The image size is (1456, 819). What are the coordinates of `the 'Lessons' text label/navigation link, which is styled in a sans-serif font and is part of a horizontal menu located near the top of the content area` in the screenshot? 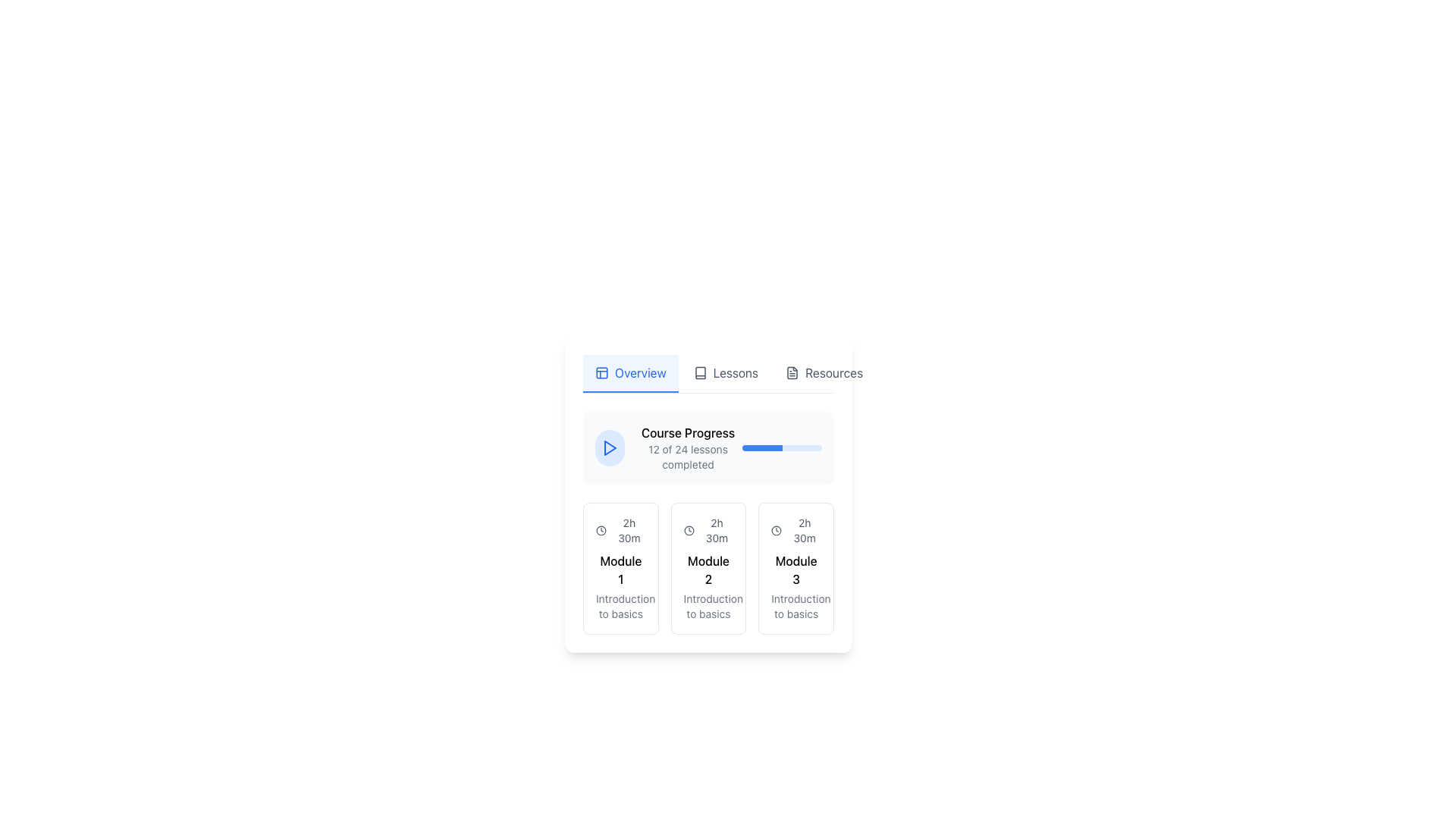 It's located at (736, 373).